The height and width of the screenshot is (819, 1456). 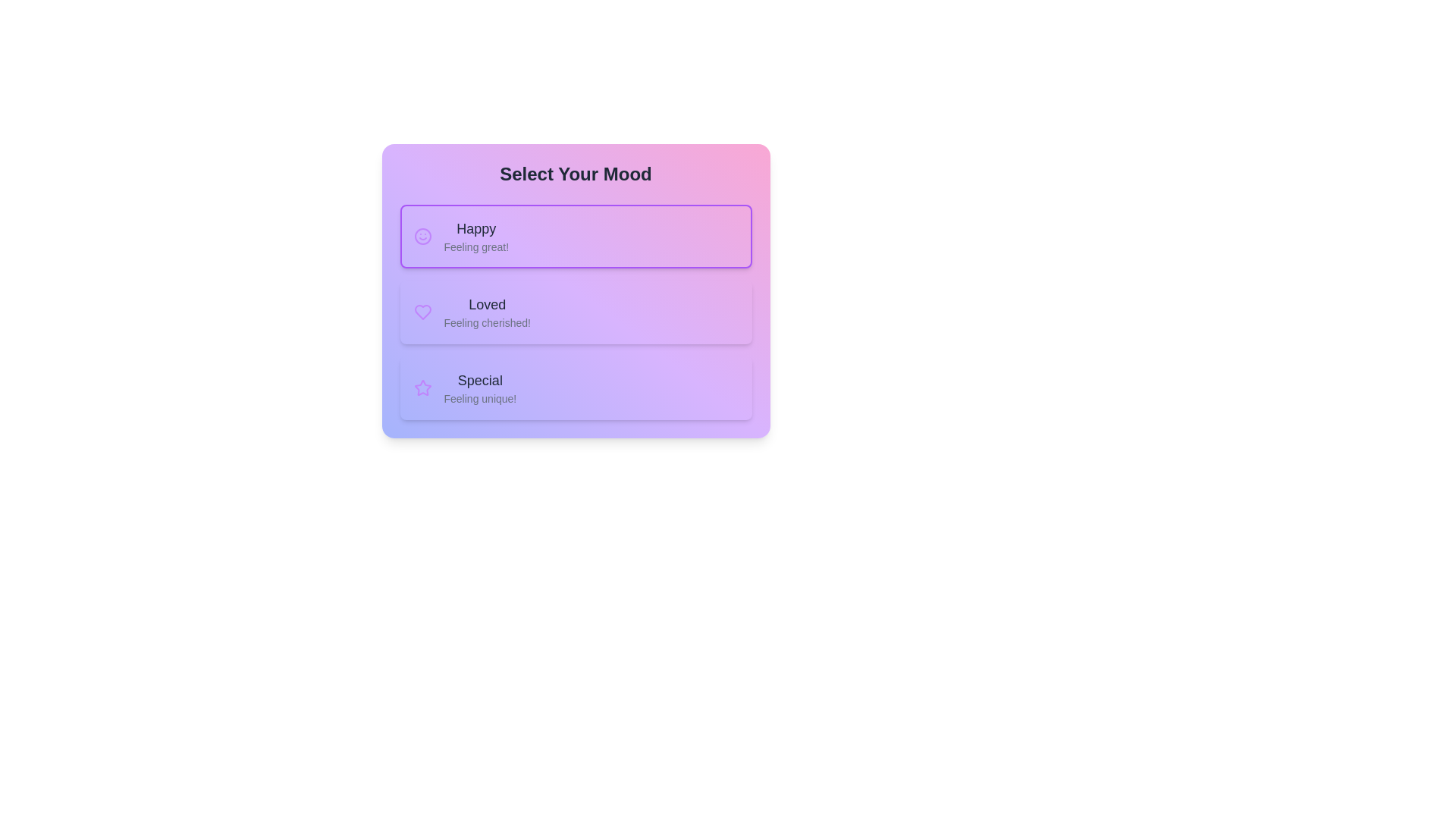 What do you see at coordinates (475, 237) in the screenshot?
I see `the surrounding button for selection related to the 'Happy' mood option, which is the first choice in the mood selection labeled 'Select Your Mood'` at bounding box center [475, 237].